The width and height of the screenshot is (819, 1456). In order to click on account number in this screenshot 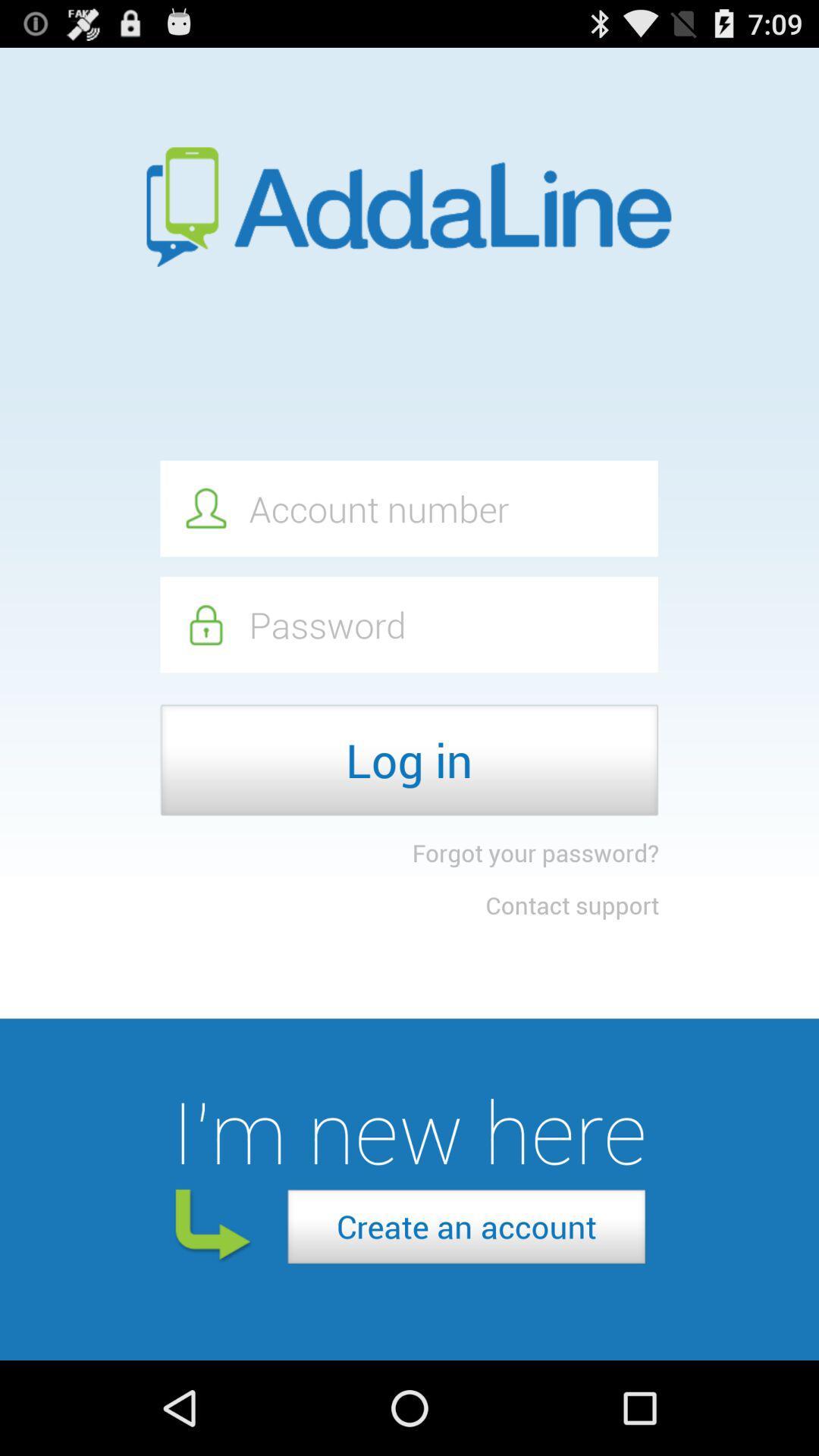, I will do `click(408, 508)`.